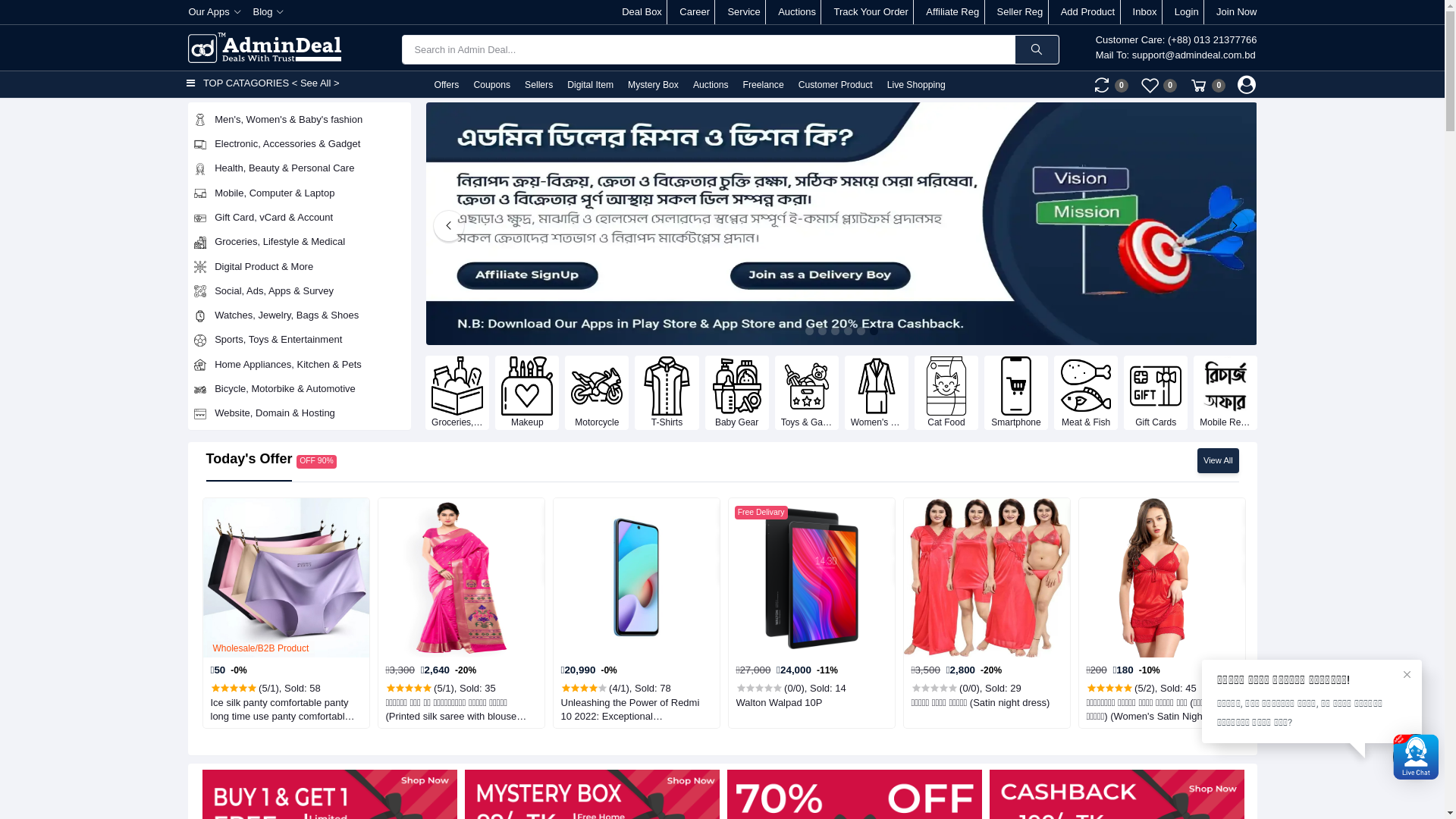  I want to click on 'View All', so click(1218, 460).